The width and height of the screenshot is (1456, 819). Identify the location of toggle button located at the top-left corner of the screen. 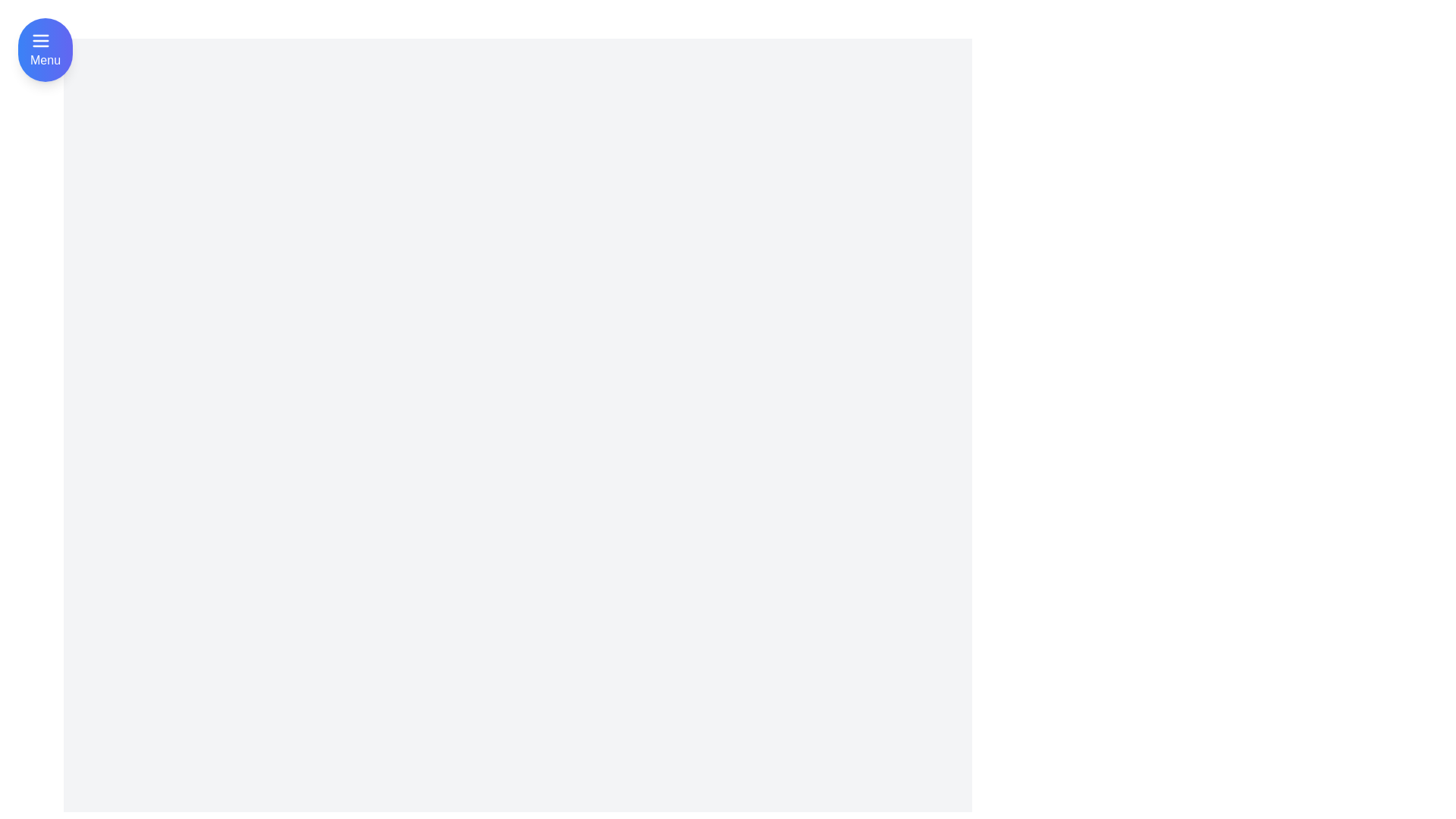
(45, 49).